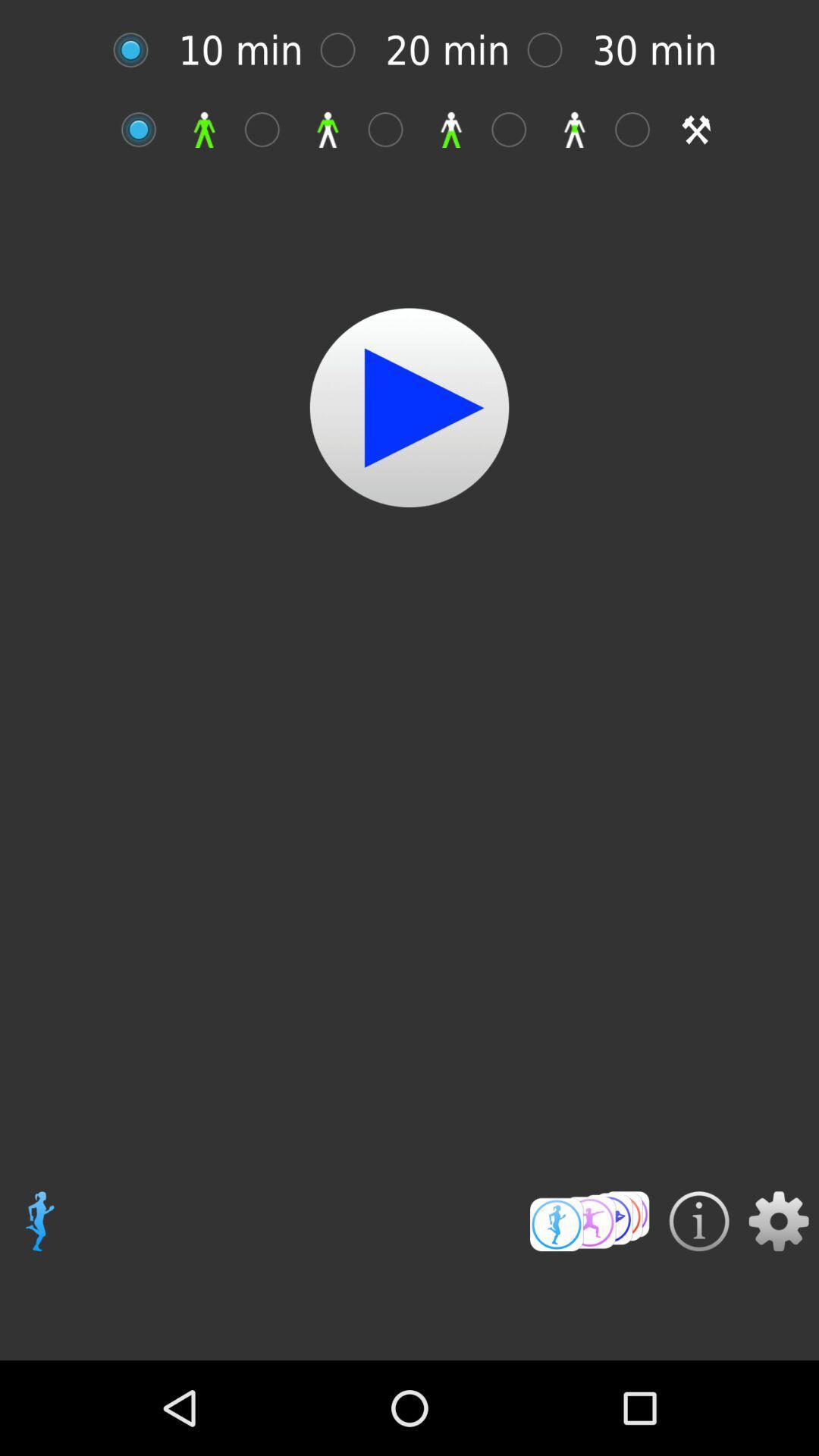 The width and height of the screenshot is (819, 1456). I want to click on open menu, so click(588, 1221).